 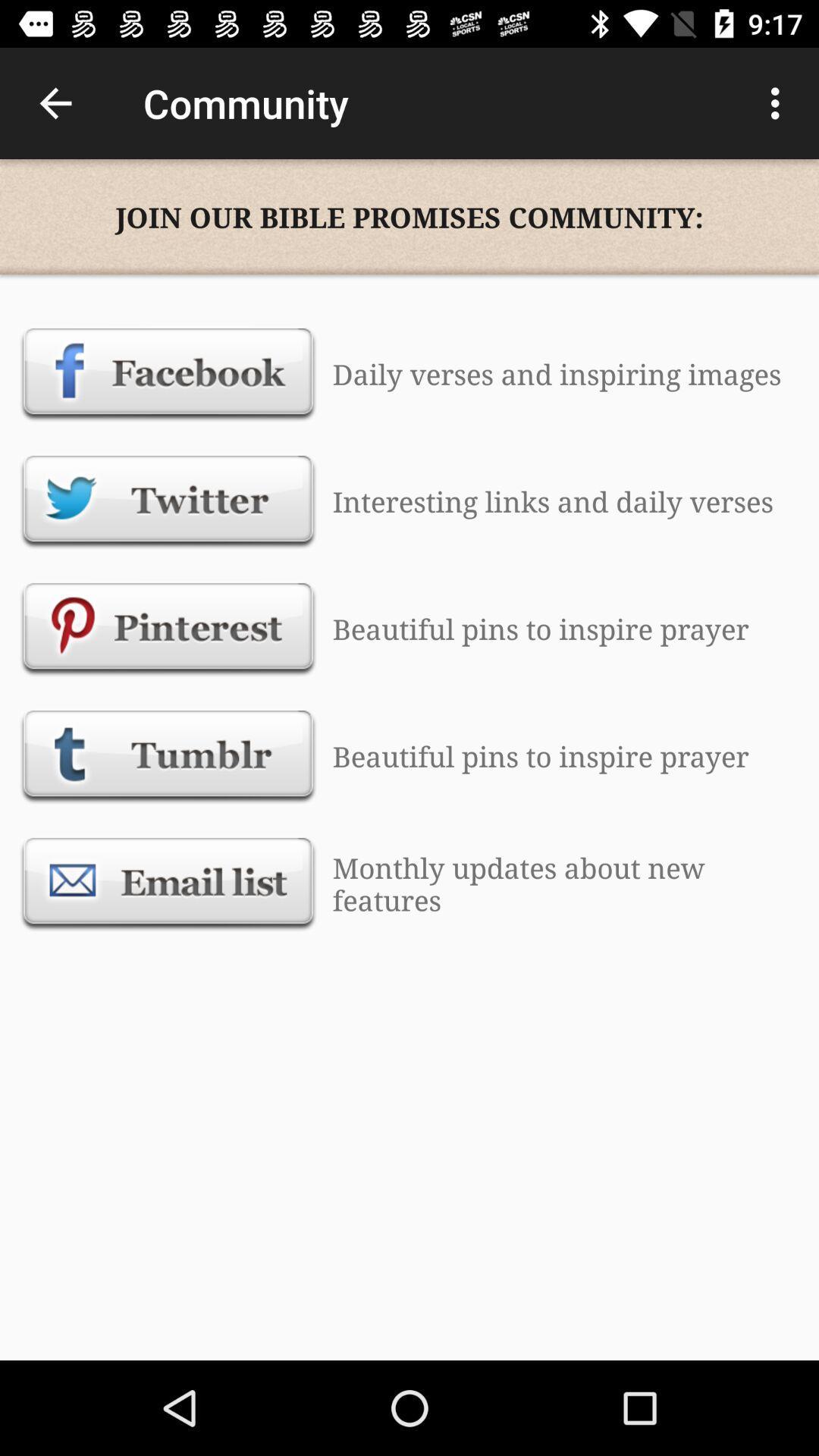 I want to click on email list, so click(x=168, y=884).